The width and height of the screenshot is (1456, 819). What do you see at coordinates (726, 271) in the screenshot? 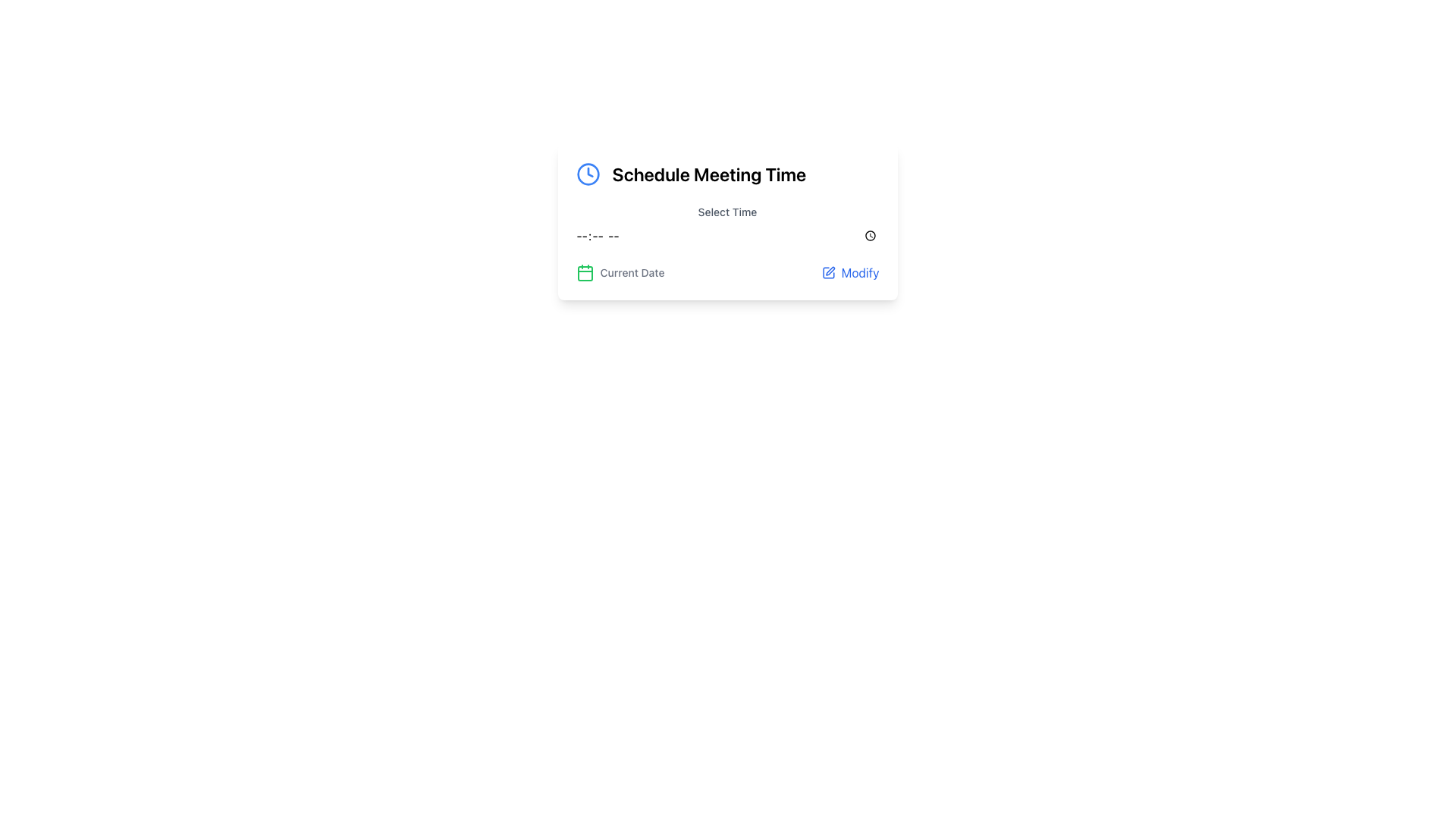
I see `the current date displayed in the Group element that includes a label, icon, and button, which is located below the 'Select Time' section` at bounding box center [726, 271].